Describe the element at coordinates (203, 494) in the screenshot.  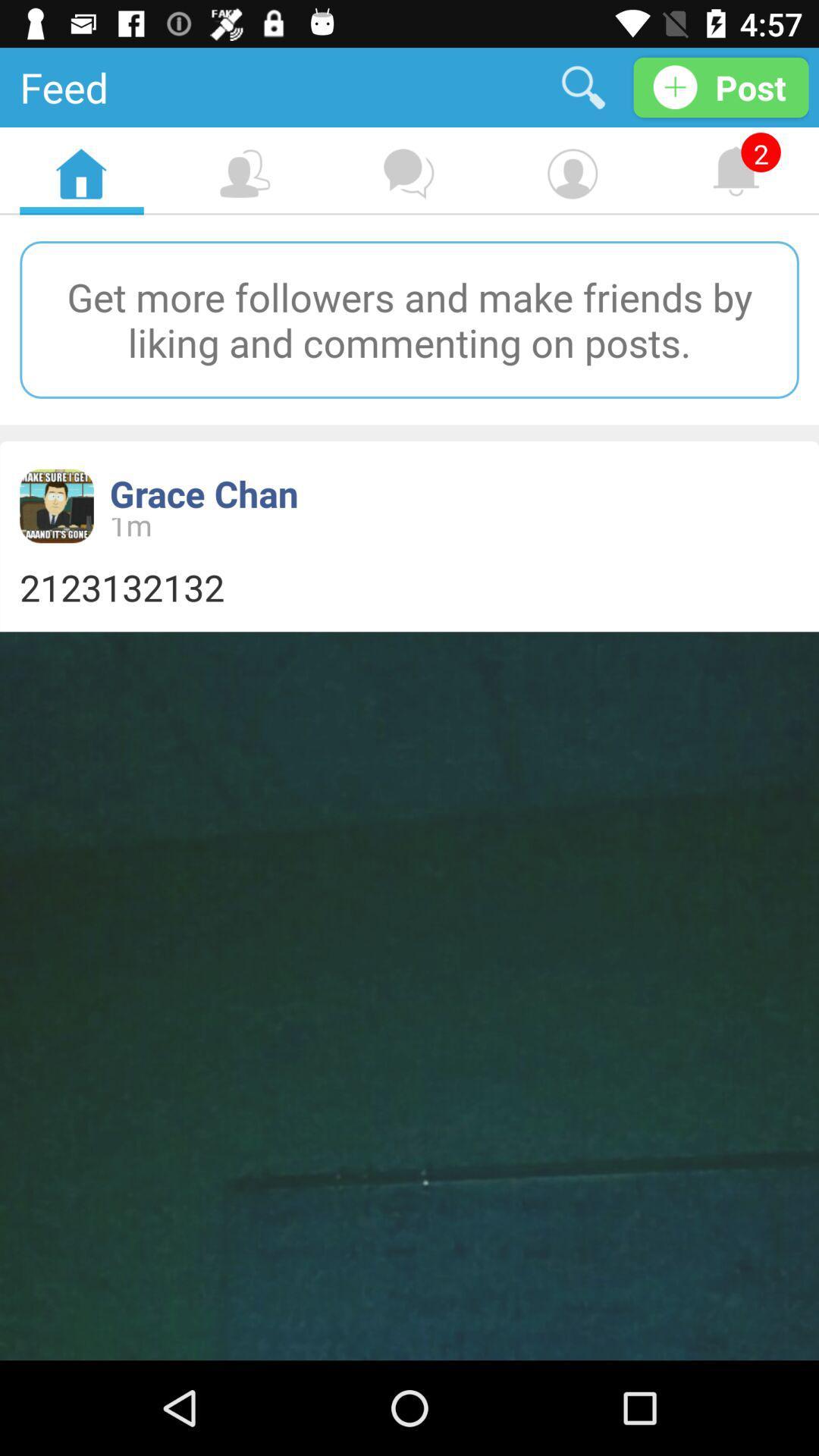
I see `the grace chan item` at that location.